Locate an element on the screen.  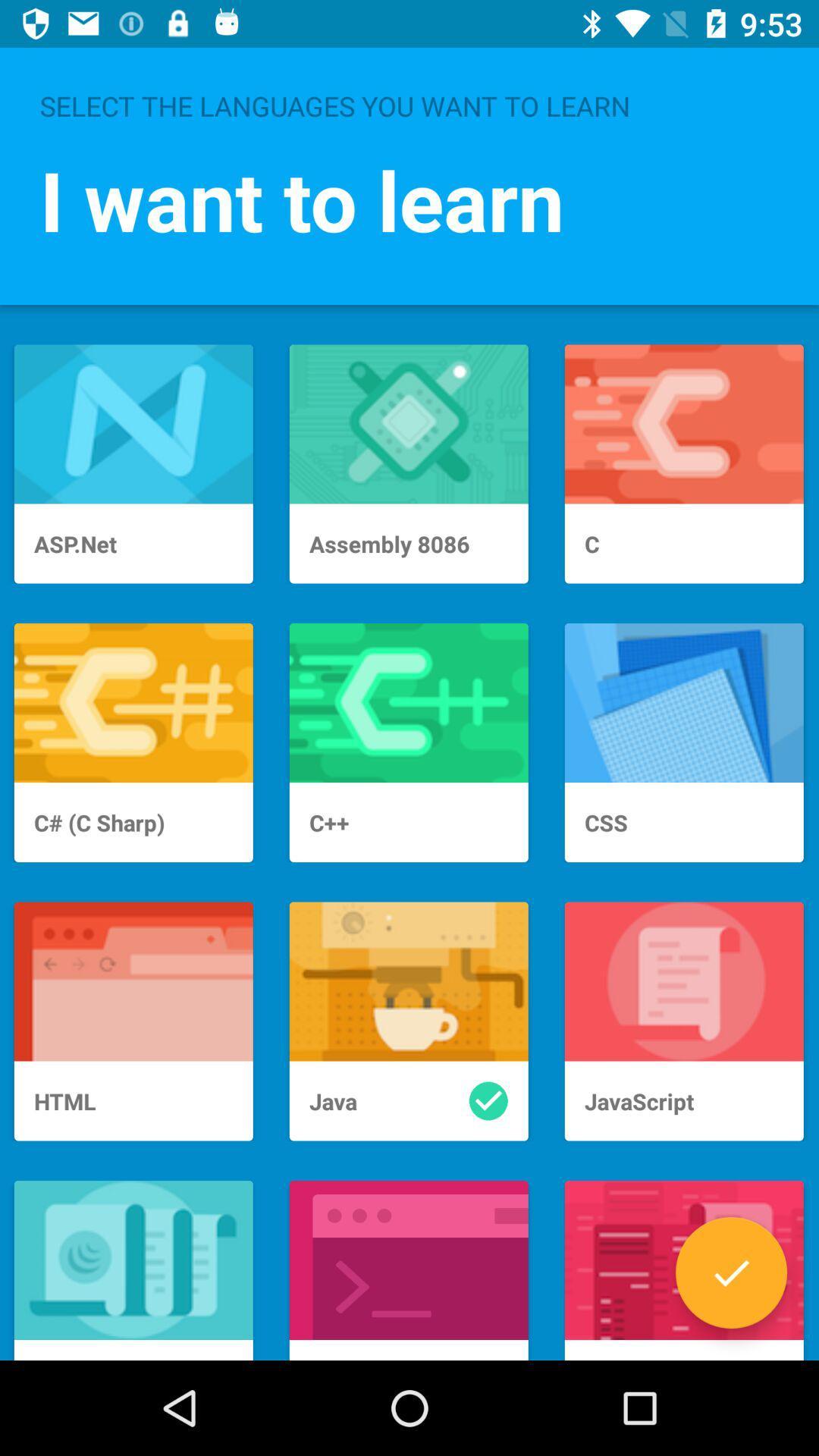
the check icon is located at coordinates (730, 1272).